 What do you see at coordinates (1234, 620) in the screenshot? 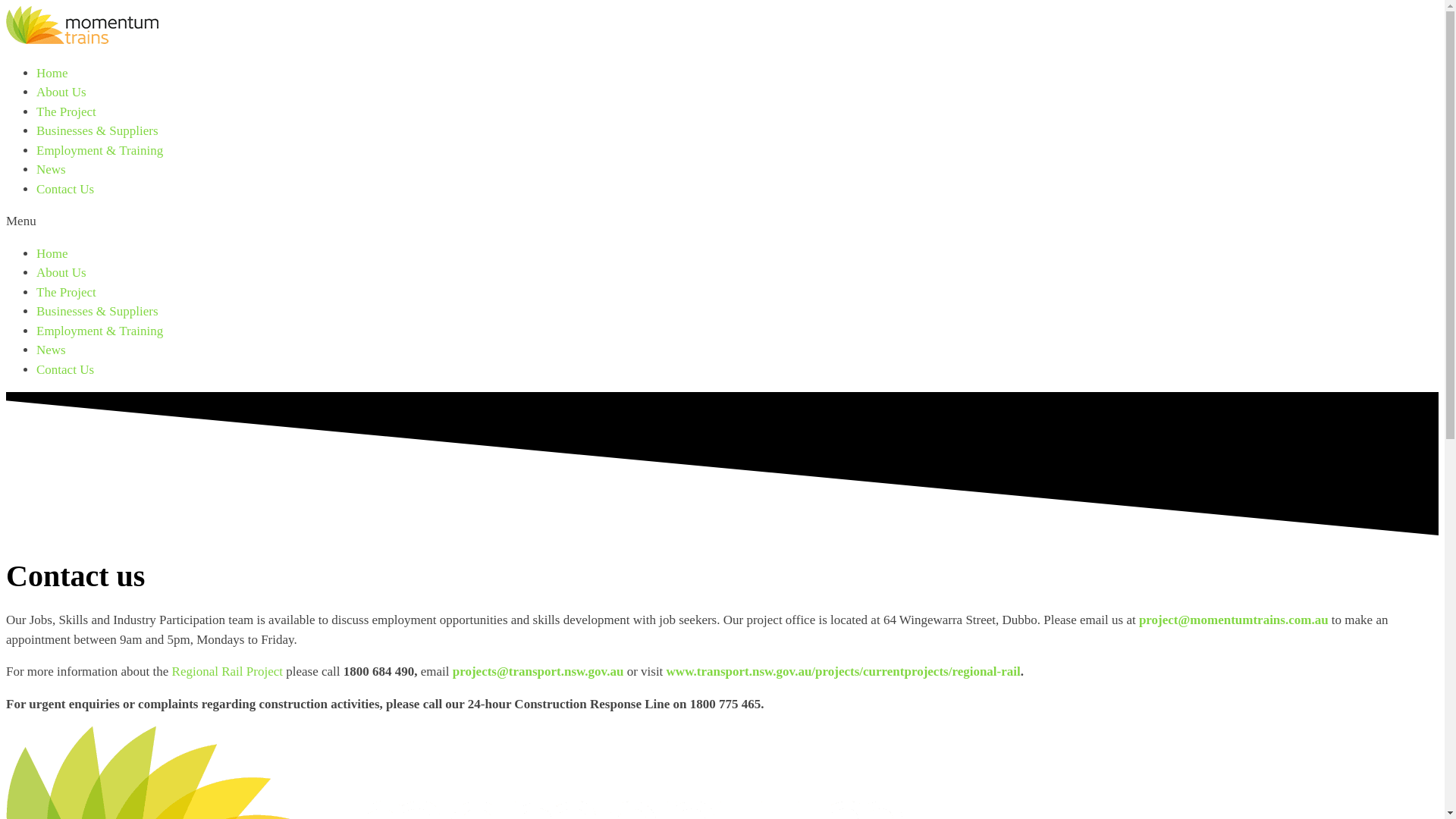
I see `'project@momentumtrains.com.au'` at bounding box center [1234, 620].